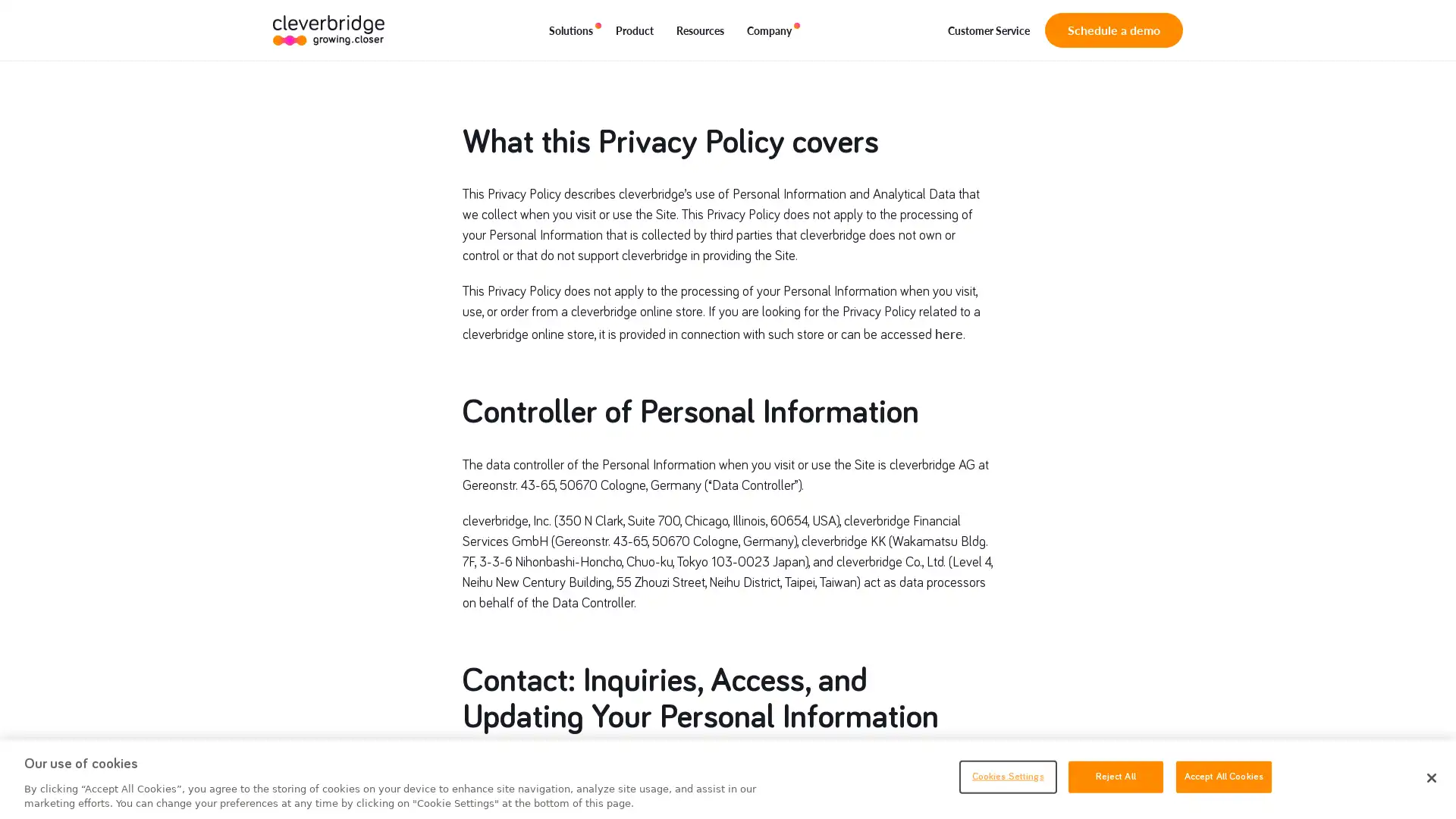  Describe the element at coordinates (1223, 776) in the screenshot. I see `Accept All Cookies` at that location.